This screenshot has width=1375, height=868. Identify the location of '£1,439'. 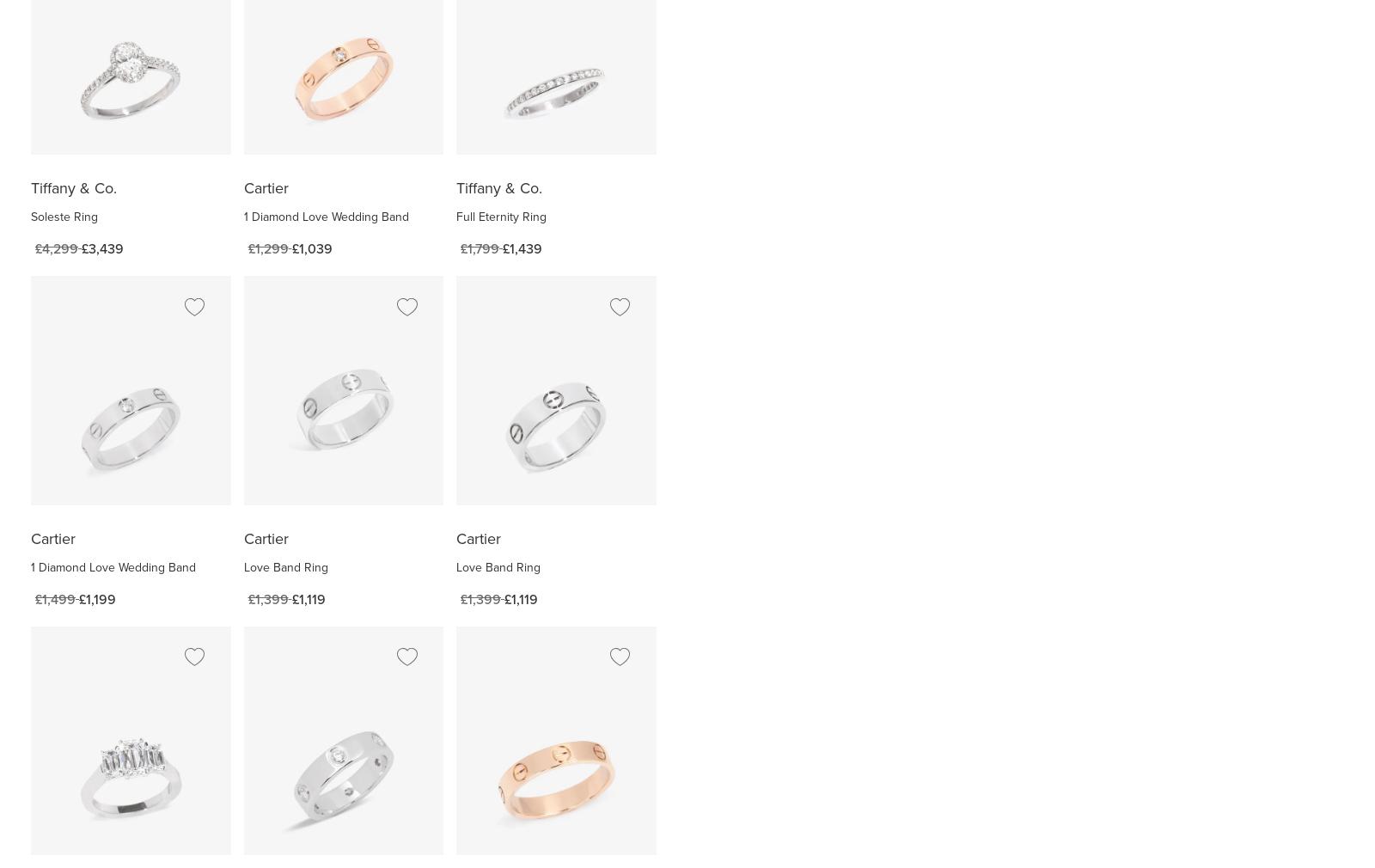
(522, 248).